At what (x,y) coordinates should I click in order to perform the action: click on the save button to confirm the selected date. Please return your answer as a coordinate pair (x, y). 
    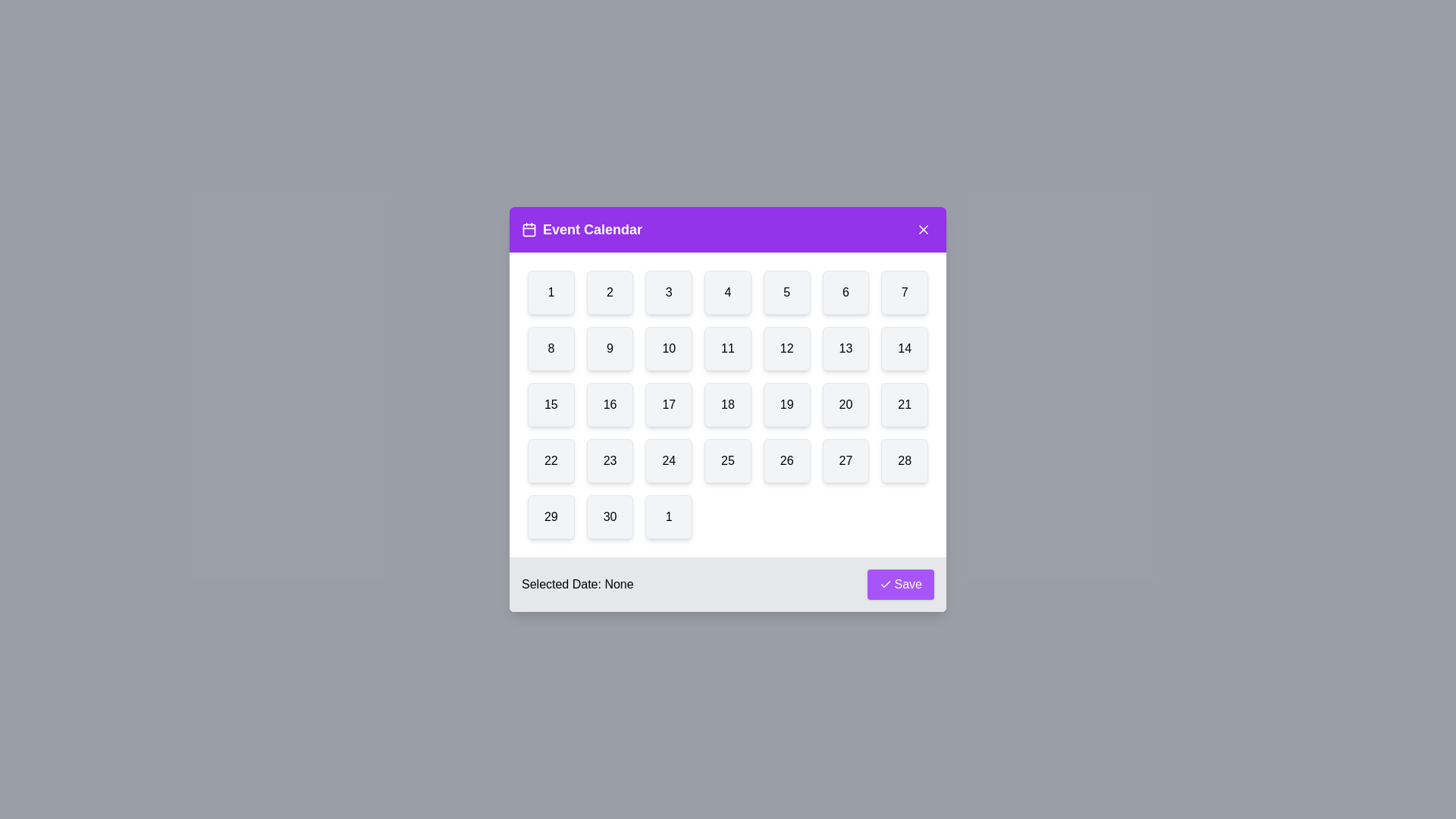
    Looking at the image, I should click on (900, 584).